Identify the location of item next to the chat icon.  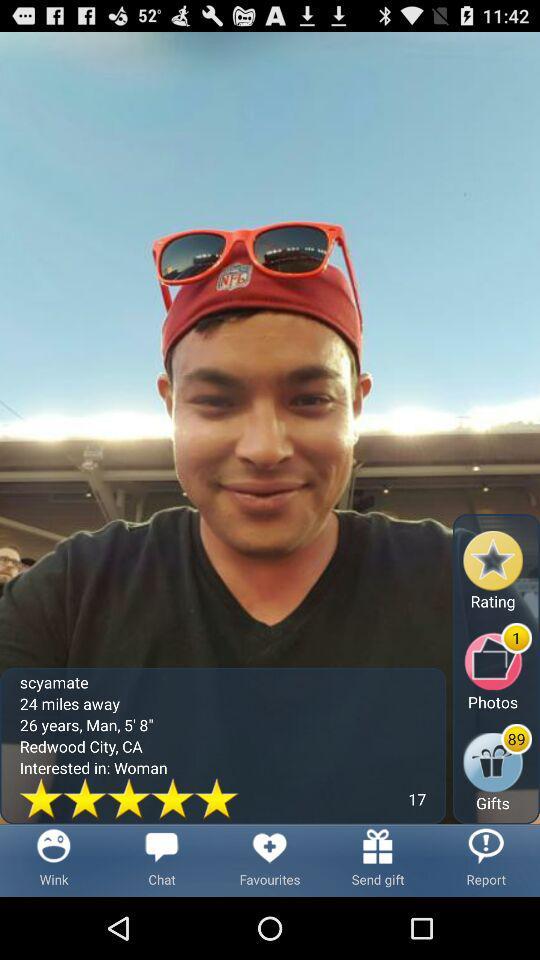
(270, 859).